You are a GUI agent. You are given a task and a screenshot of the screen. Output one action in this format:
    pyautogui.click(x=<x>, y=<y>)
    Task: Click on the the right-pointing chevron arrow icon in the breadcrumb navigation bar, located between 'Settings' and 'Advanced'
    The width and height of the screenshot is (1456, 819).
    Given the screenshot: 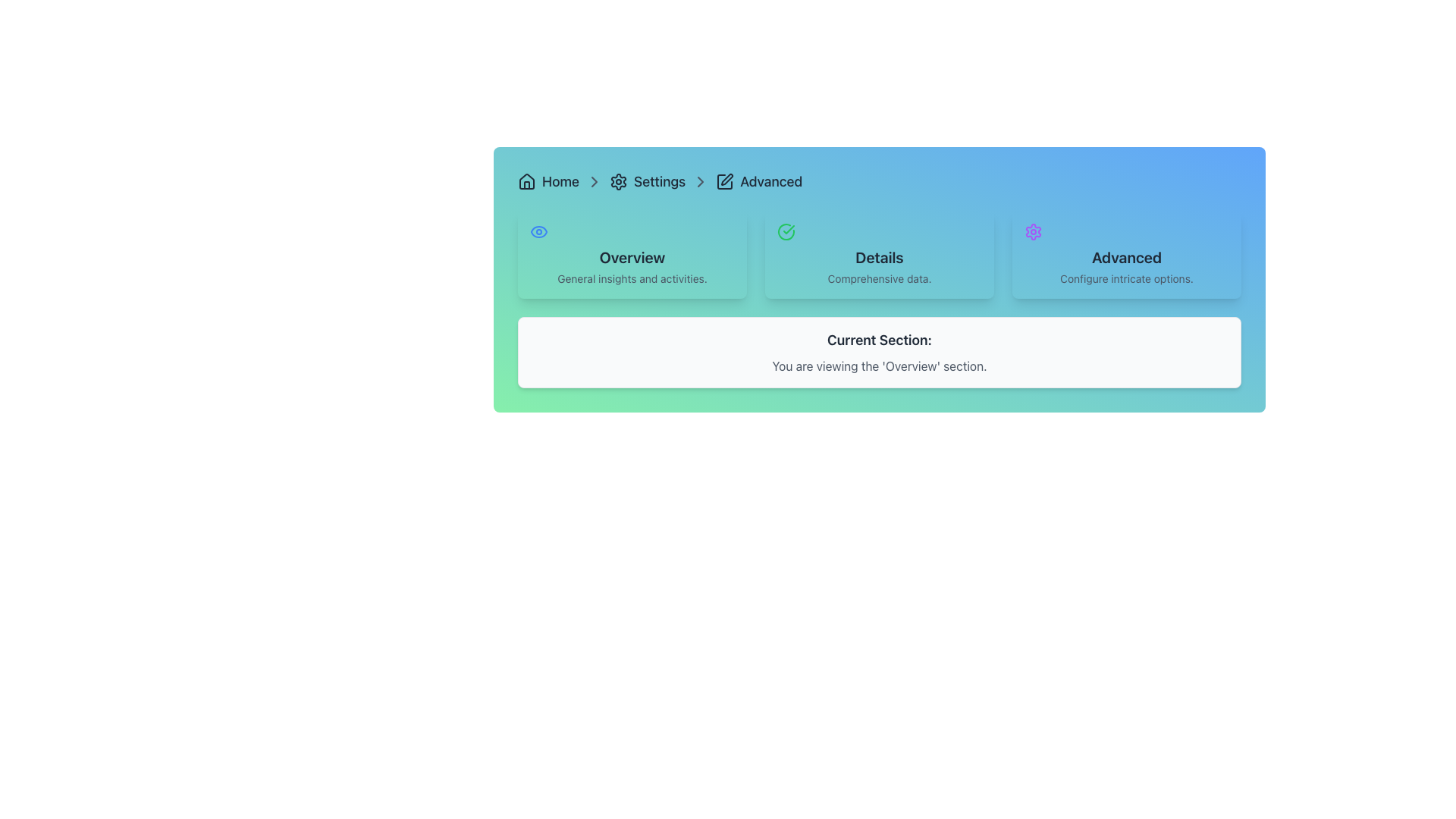 What is the action you would take?
    pyautogui.click(x=700, y=180)
    